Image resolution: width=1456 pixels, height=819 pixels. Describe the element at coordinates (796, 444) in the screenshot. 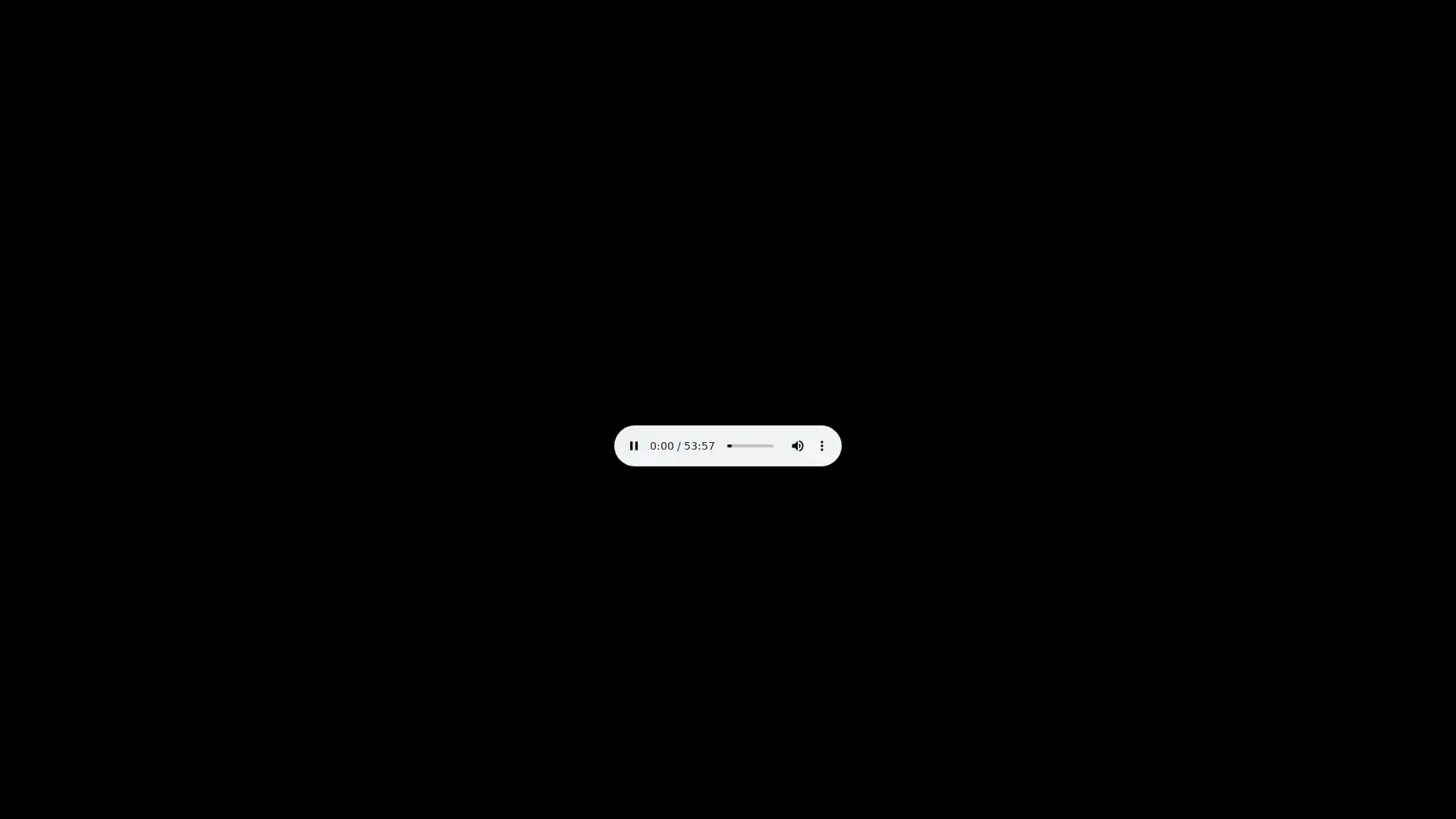

I see `mute` at that location.